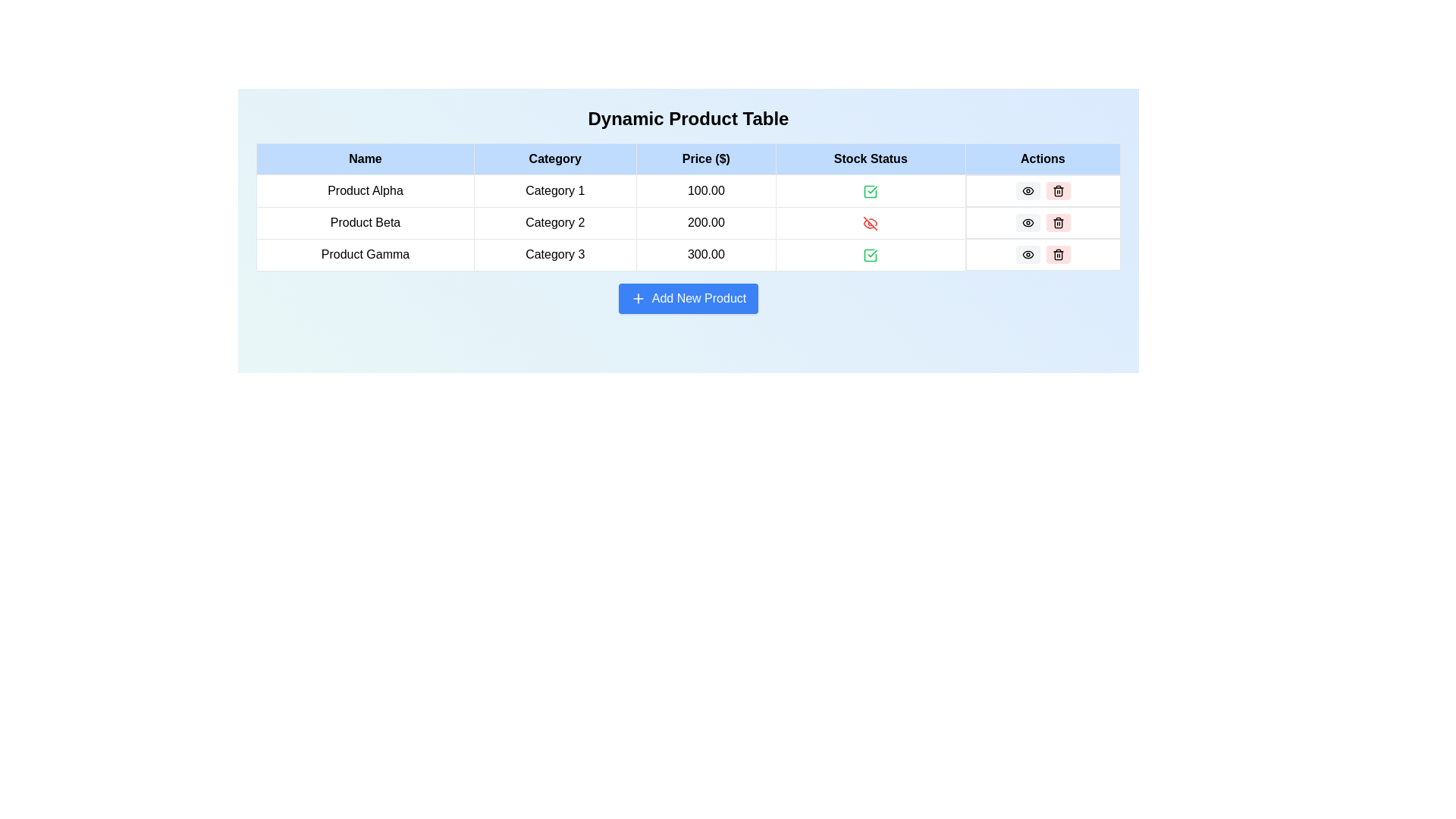 The height and width of the screenshot is (819, 1456). What do you see at coordinates (687, 298) in the screenshot?
I see `the 'Add New Product' button with a blue background and white text` at bounding box center [687, 298].